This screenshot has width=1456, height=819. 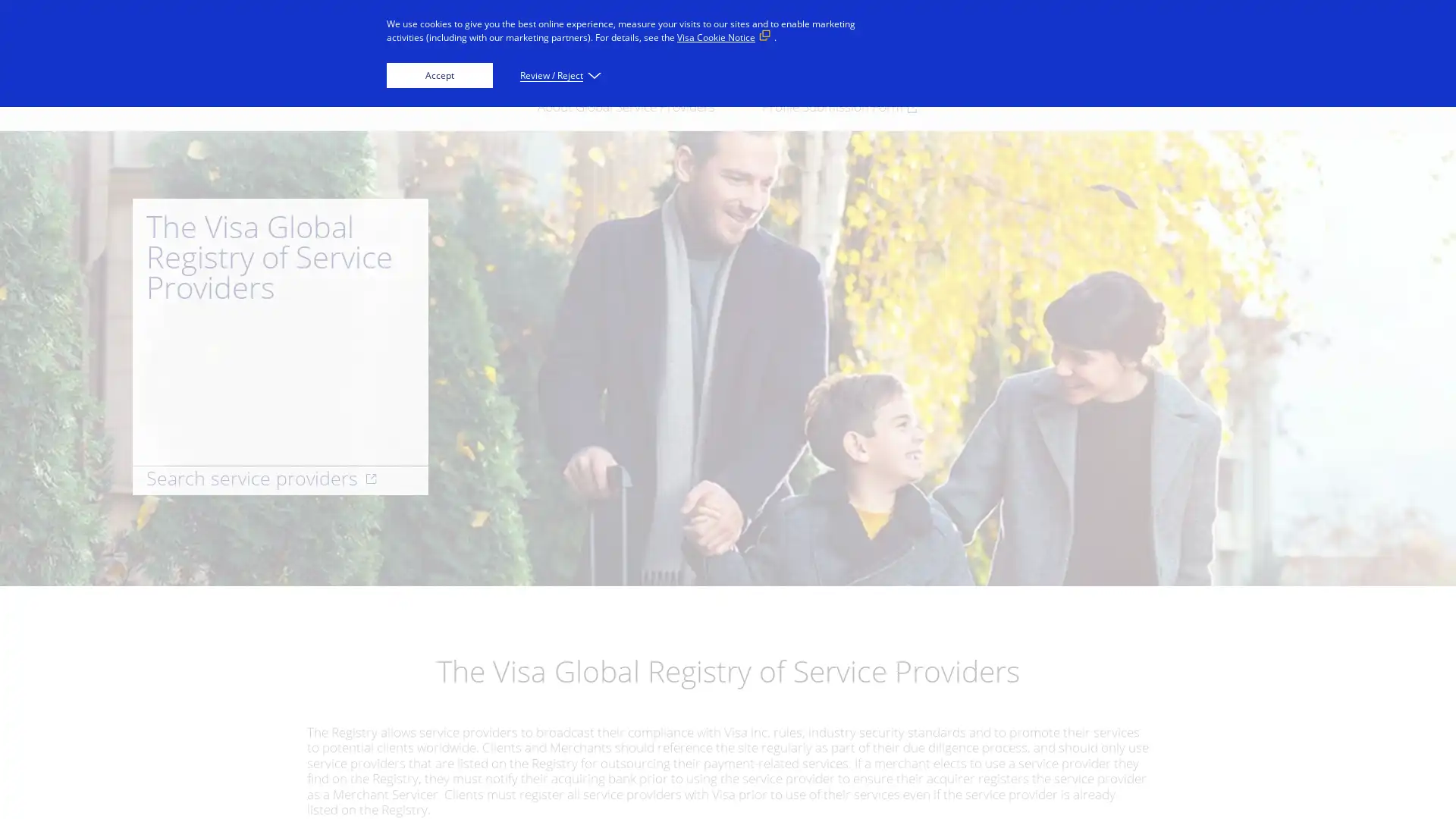 I want to click on Everyone, so click(x=928, y=40).